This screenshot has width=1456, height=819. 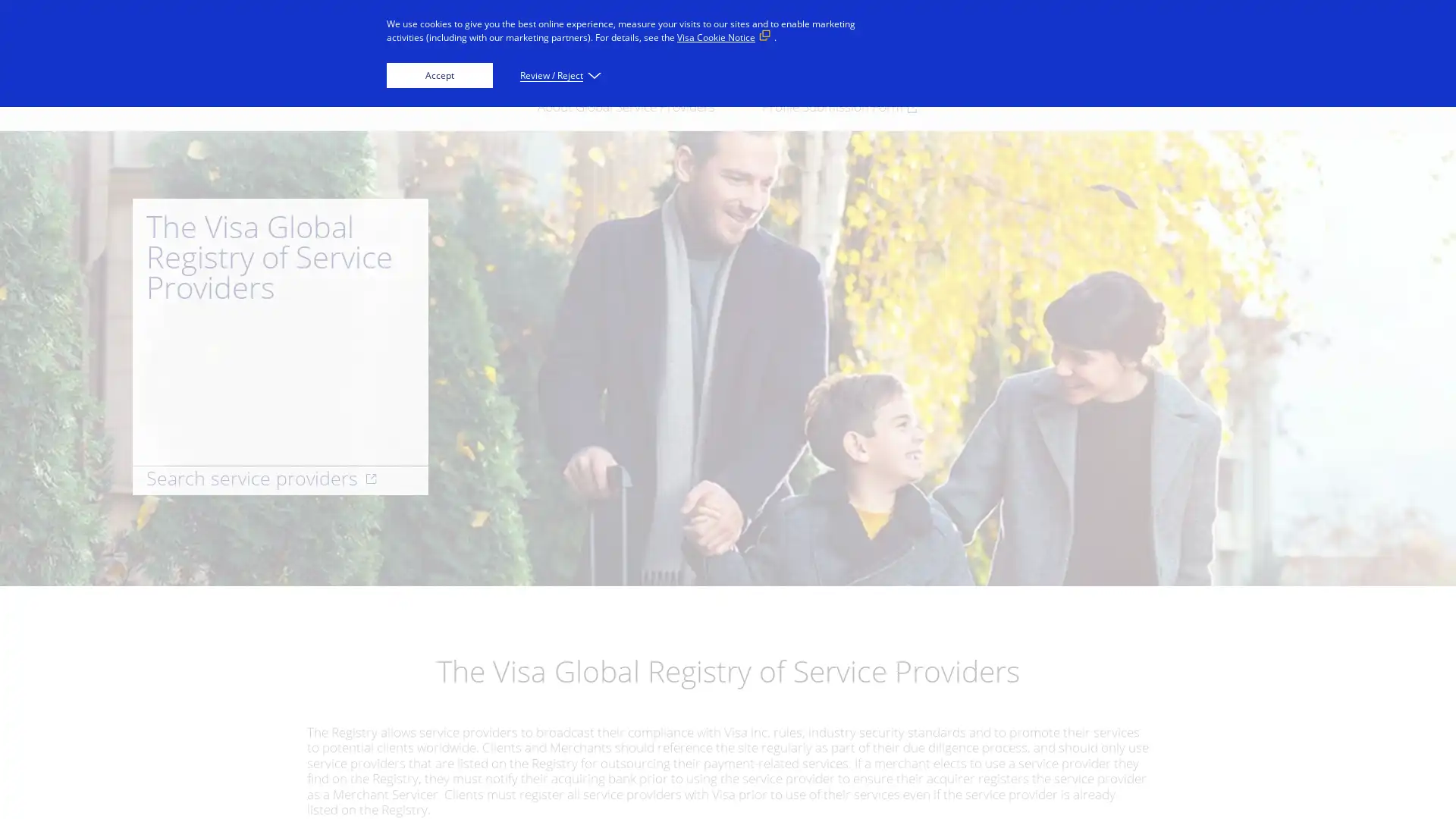 I want to click on Everyone, so click(x=928, y=40).